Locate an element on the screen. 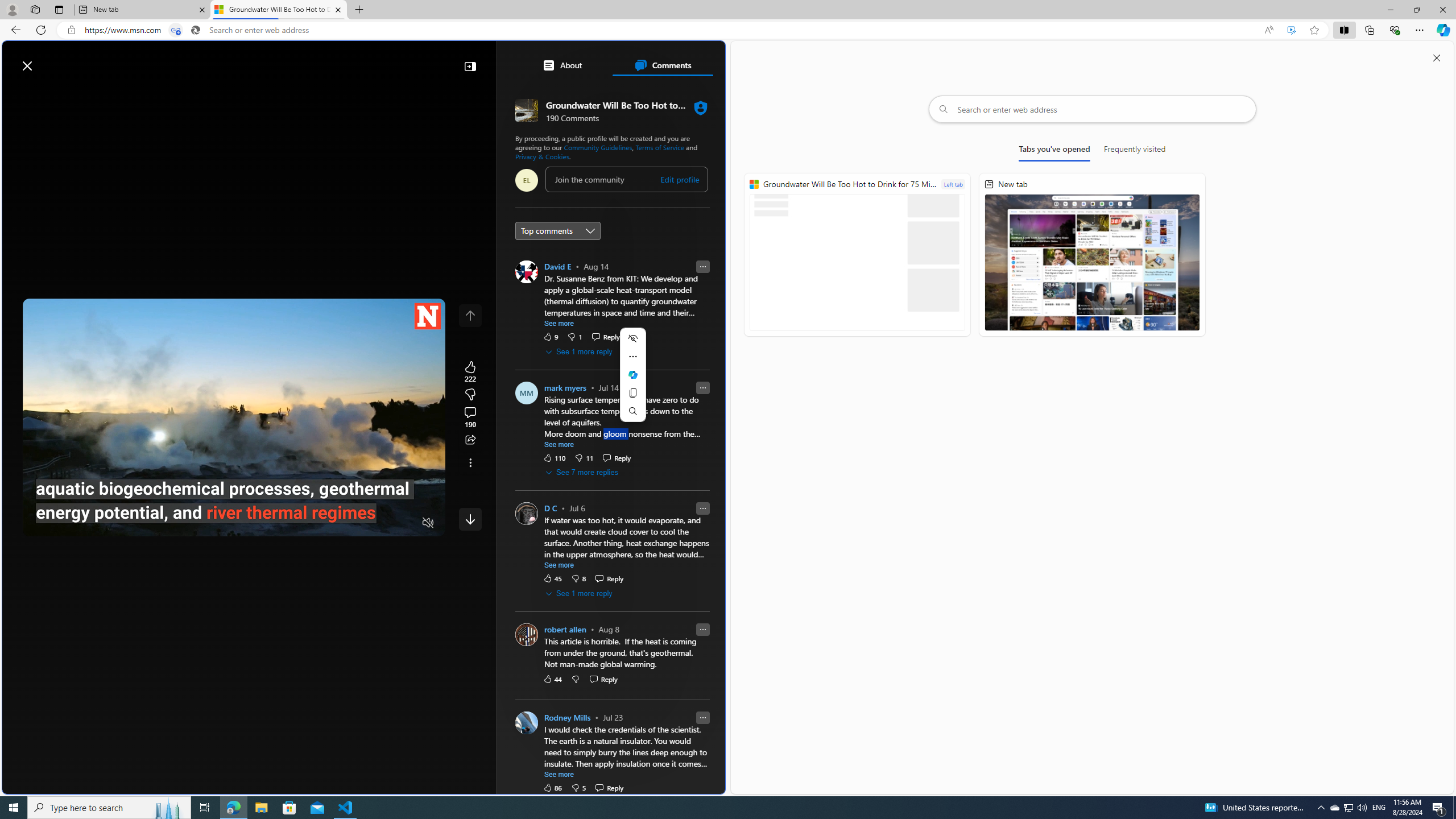 Image resolution: width=1456 pixels, height=819 pixels. 'Copy' is located at coordinates (632, 392).